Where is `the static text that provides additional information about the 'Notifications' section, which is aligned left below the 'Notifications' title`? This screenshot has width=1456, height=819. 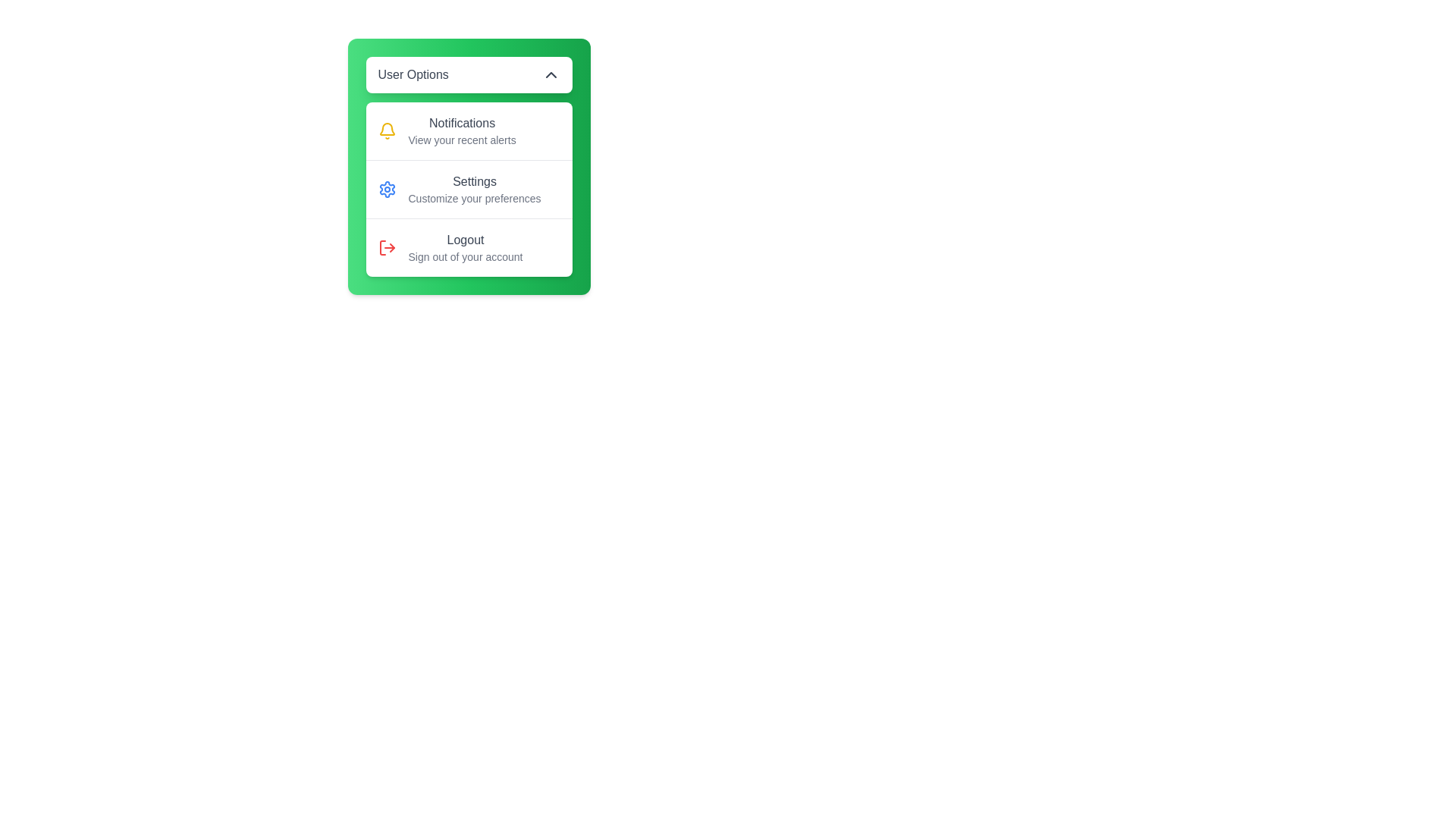
the static text that provides additional information about the 'Notifications' section, which is aligned left below the 'Notifications' title is located at coordinates (461, 140).